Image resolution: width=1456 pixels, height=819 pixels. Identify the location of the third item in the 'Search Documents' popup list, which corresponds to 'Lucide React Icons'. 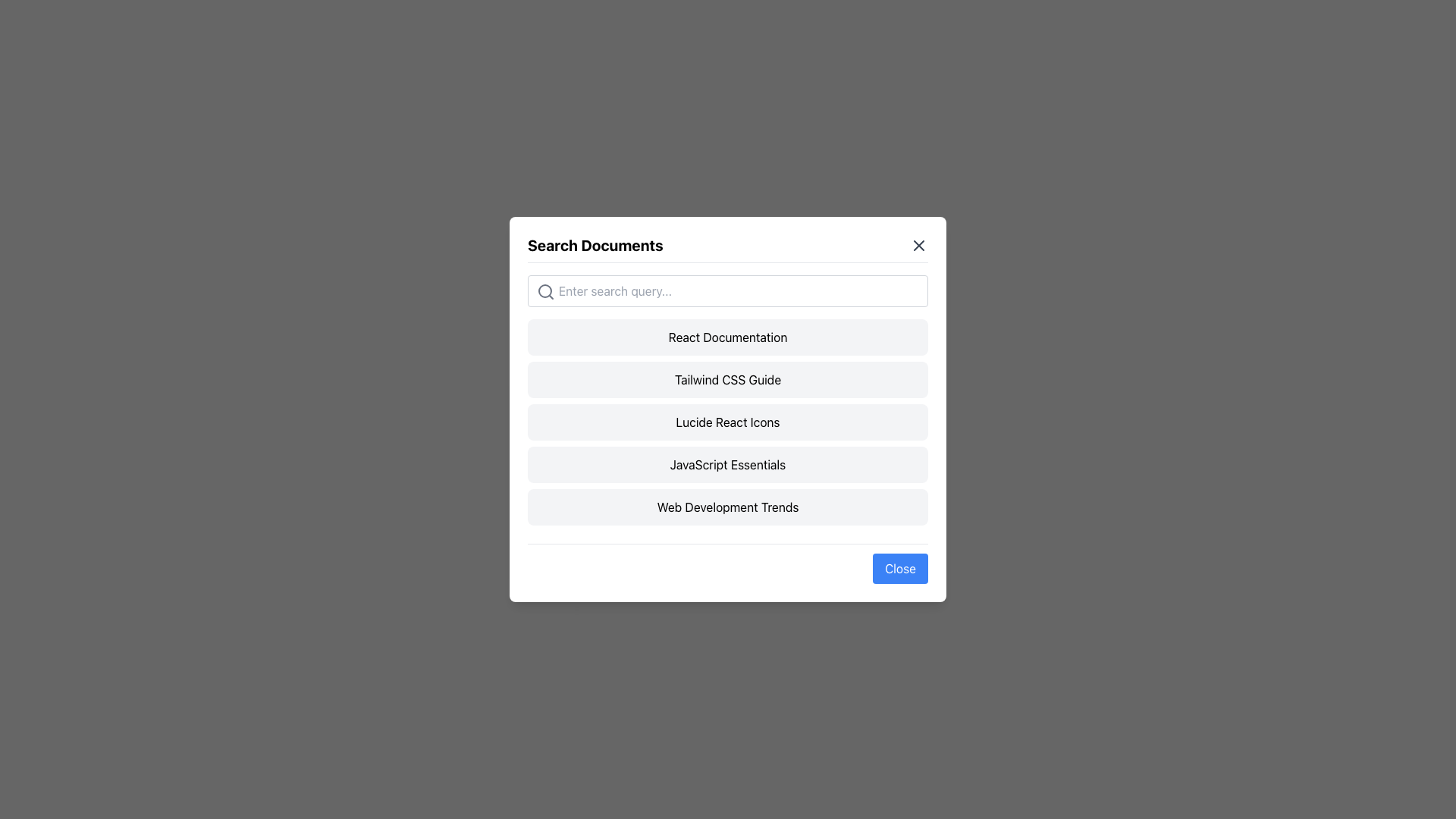
(728, 422).